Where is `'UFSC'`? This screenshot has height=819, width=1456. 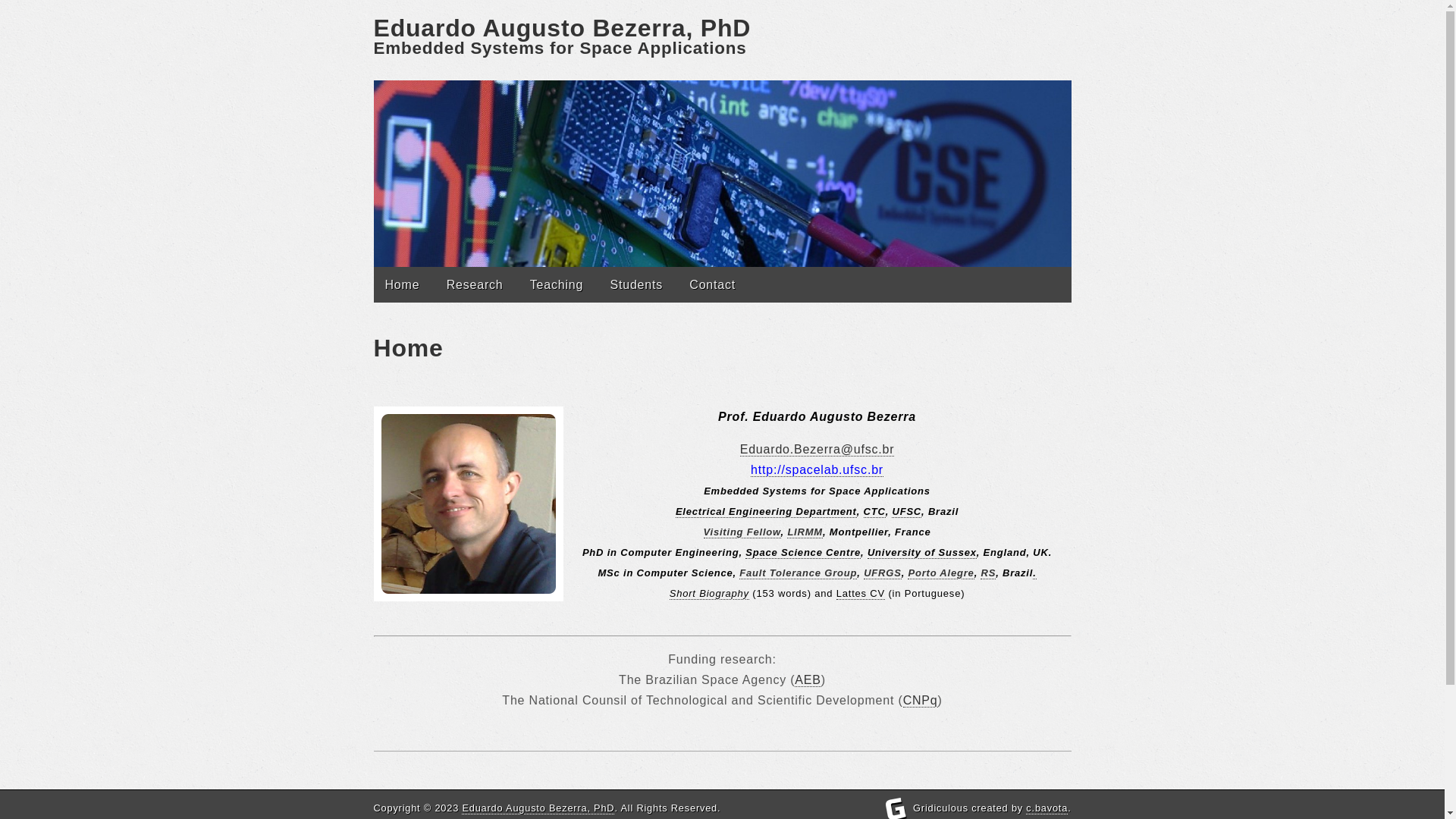 'UFSC' is located at coordinates (892, 512).